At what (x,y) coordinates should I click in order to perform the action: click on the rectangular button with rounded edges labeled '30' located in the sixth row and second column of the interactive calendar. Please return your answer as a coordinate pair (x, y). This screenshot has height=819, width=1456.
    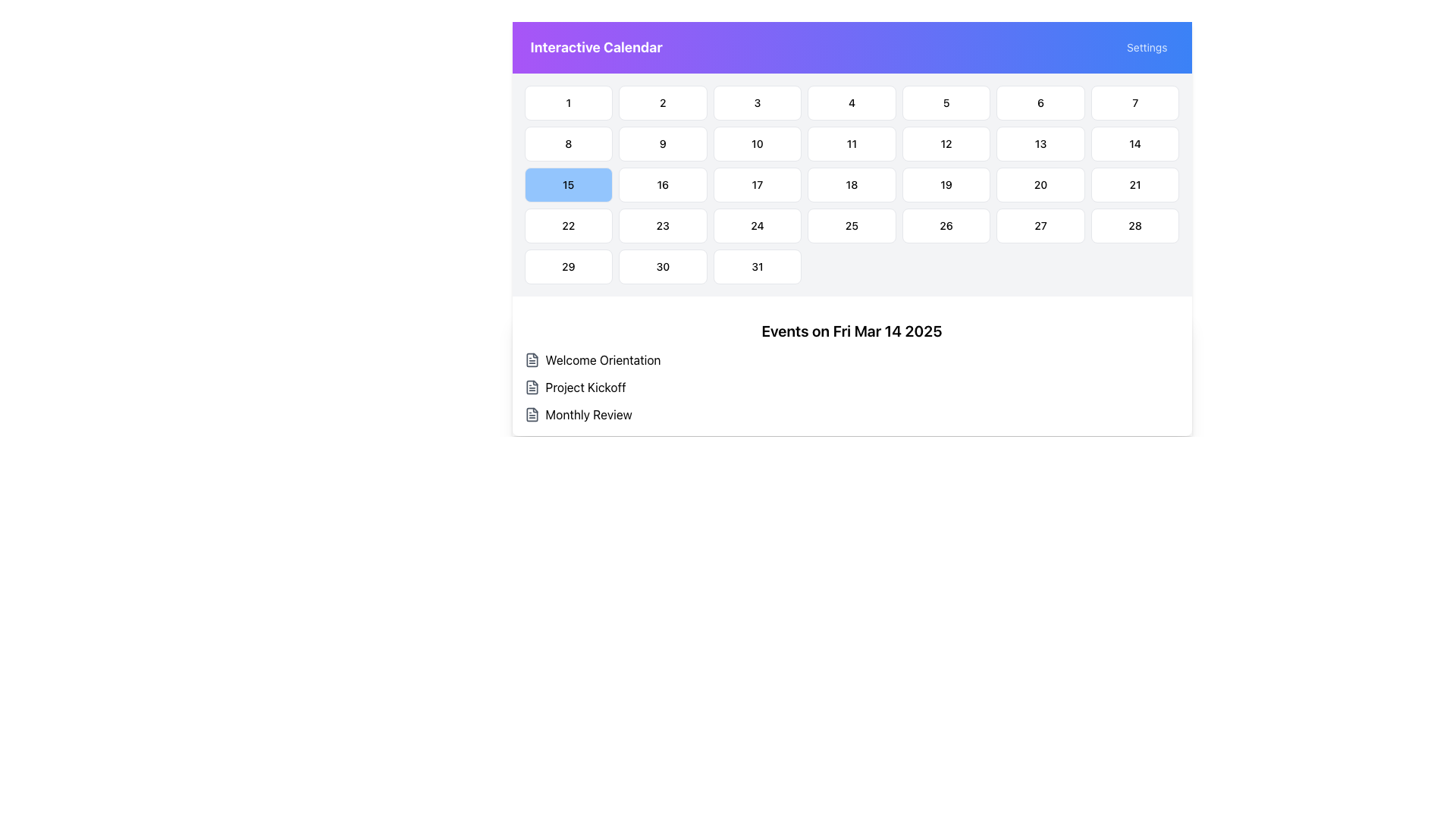
    Looking at the image, I should click on (662, 265).